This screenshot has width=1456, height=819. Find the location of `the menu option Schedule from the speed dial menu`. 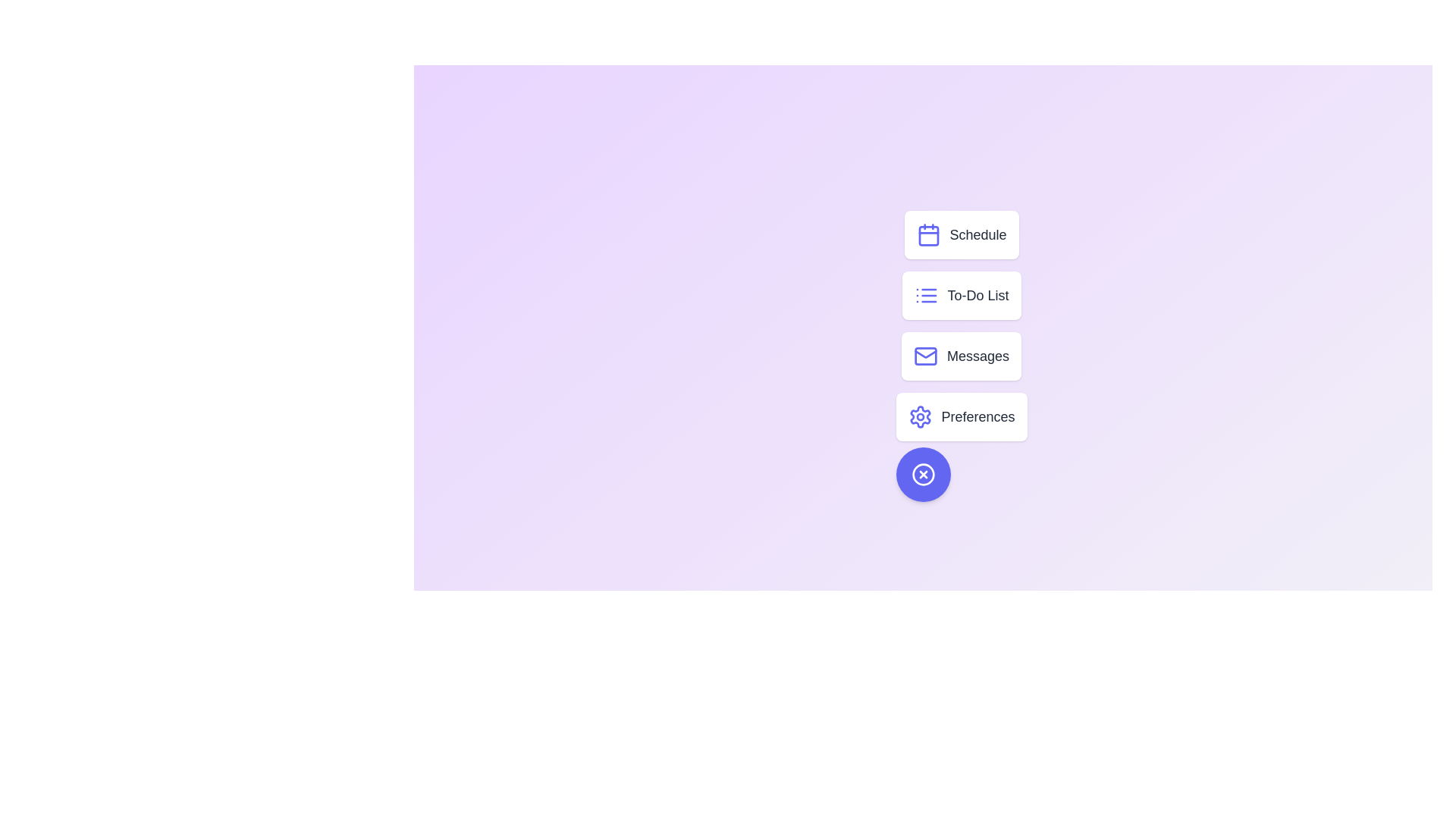

the menu option Schedule from the speed dial menu is located at coordinates (960, 234).